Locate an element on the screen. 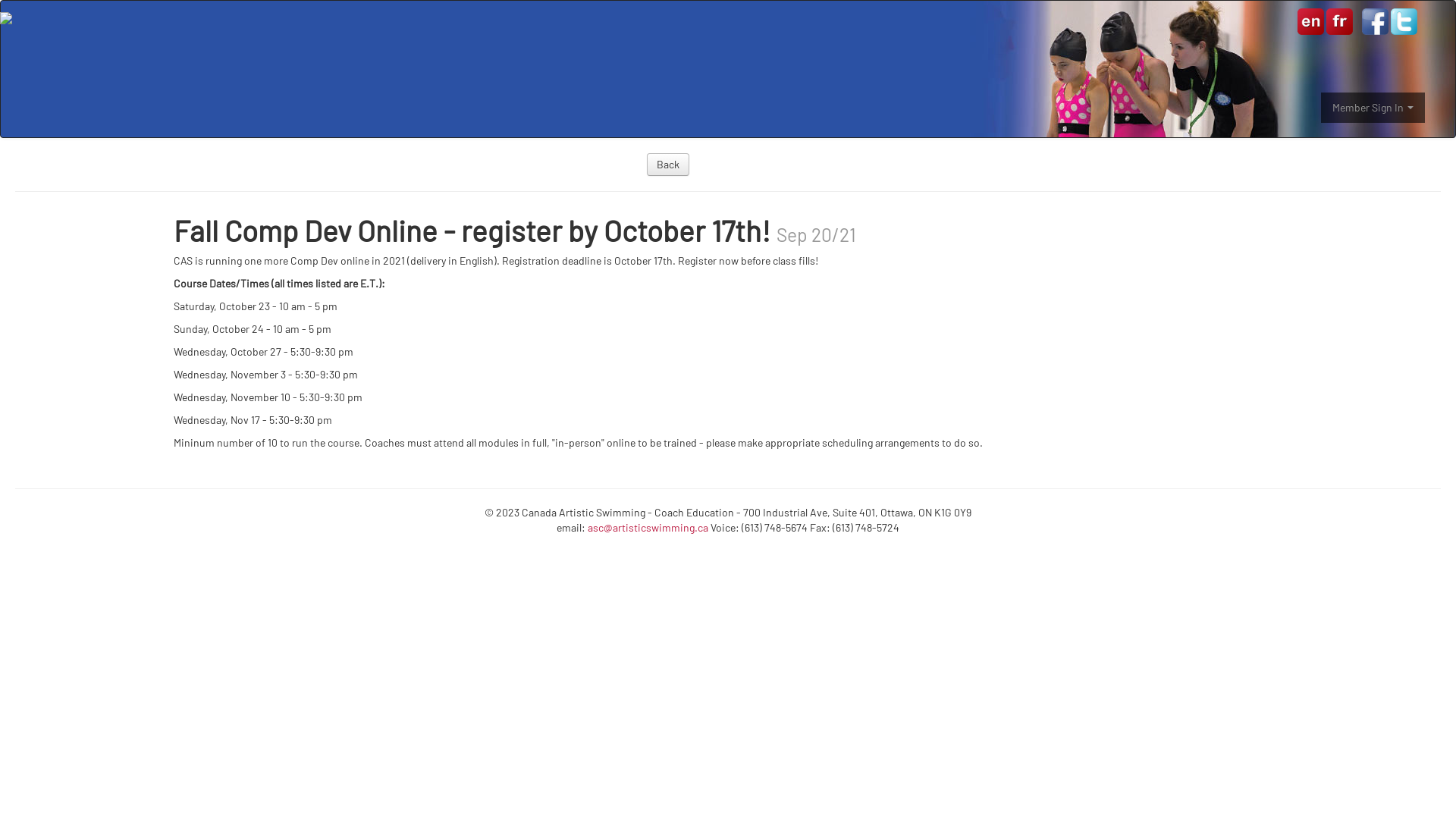  'English' is located at coordinates (1310, 20).